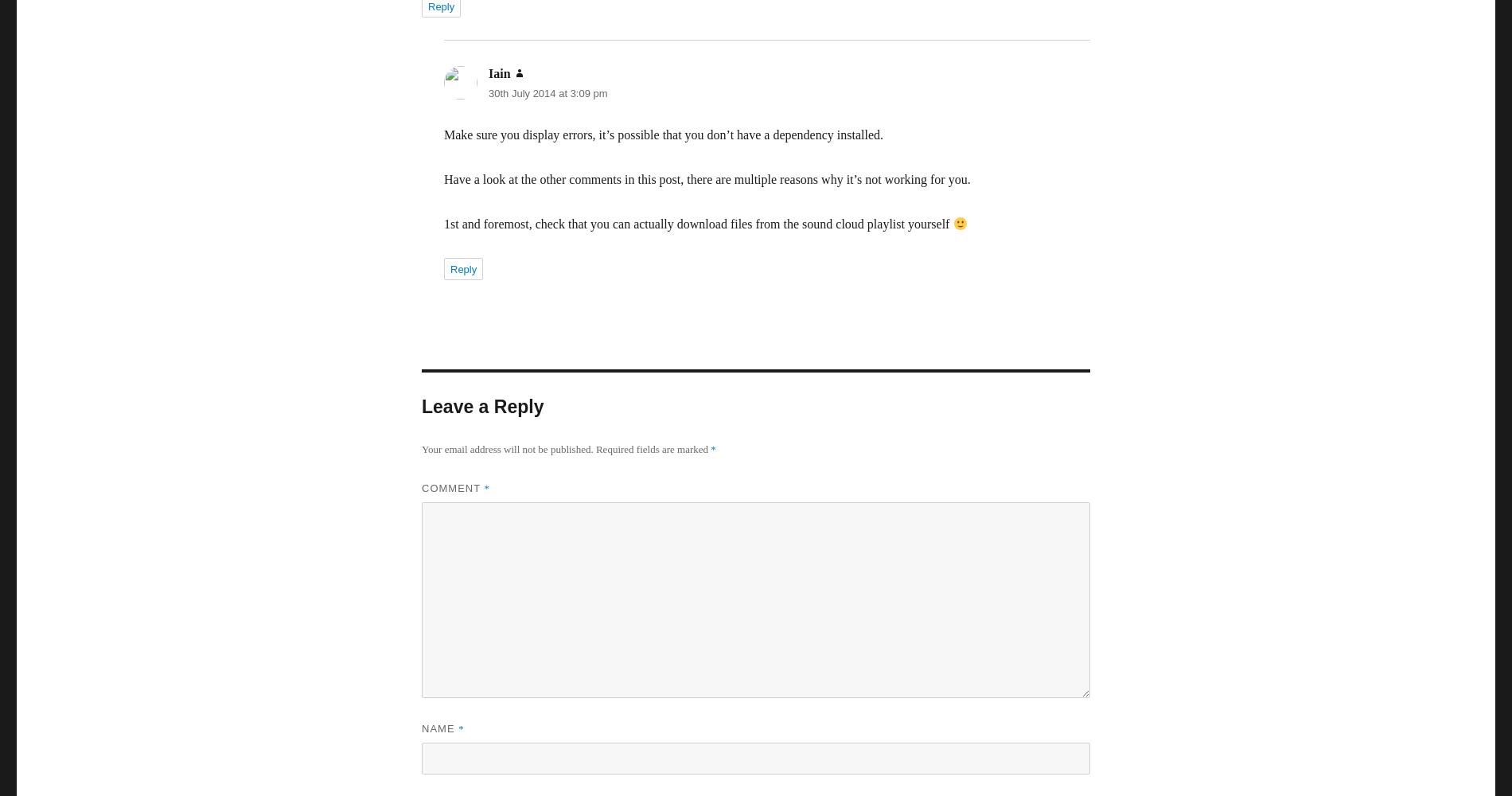 The height and width of the screenshot is (796, 1512). I want to click on 'Required fields are marked', so click(594, 448).